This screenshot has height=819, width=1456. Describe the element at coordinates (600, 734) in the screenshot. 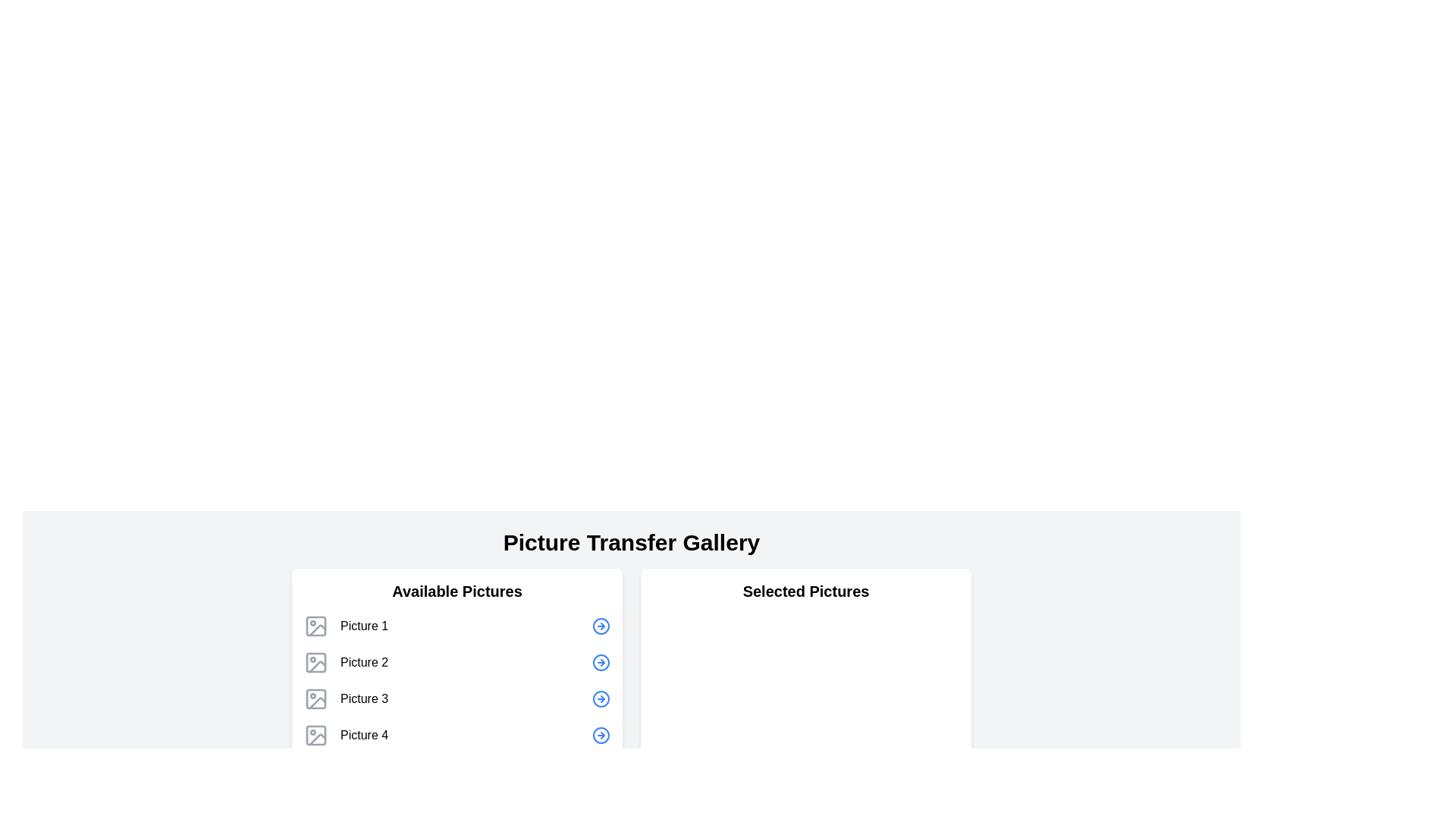

I see `the button that triggers operations related to 'Picture 4', positioned at the far-right end of its row` at that location.